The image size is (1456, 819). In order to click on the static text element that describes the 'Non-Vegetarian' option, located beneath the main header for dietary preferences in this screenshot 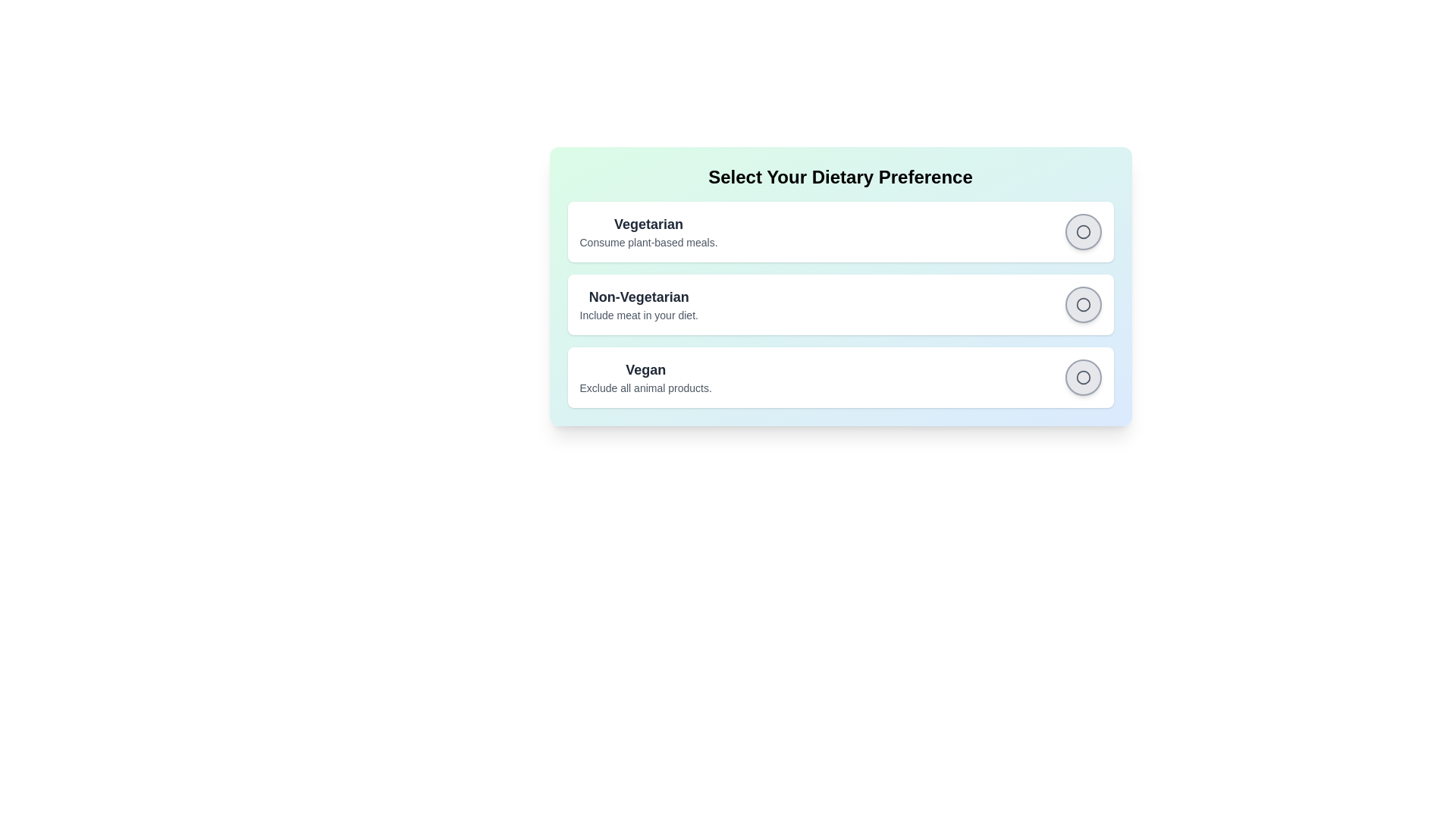, I will do `click(639, 315)`.